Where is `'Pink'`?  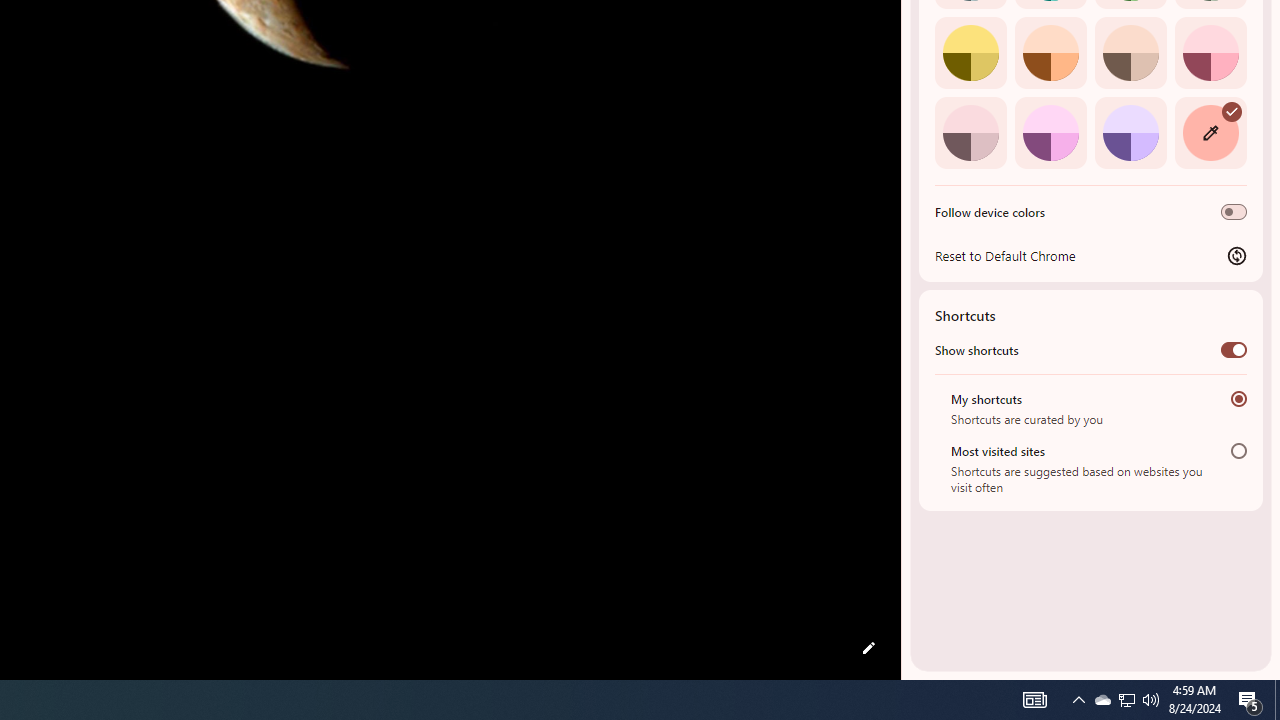 'Pink' is located at coordinates (970, 132).